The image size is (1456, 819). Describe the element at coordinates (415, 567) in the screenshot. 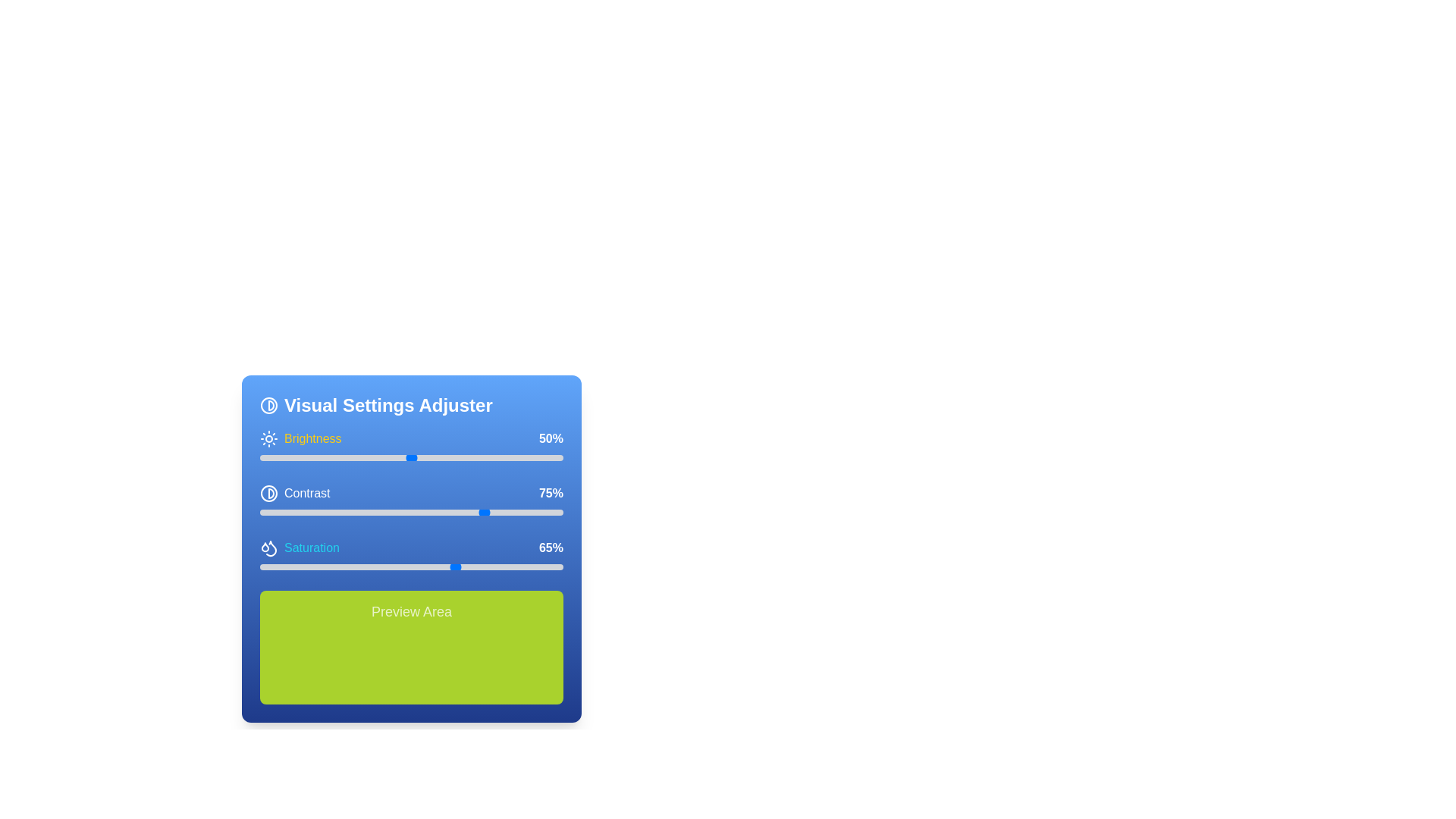

I see `saturation` at that location.